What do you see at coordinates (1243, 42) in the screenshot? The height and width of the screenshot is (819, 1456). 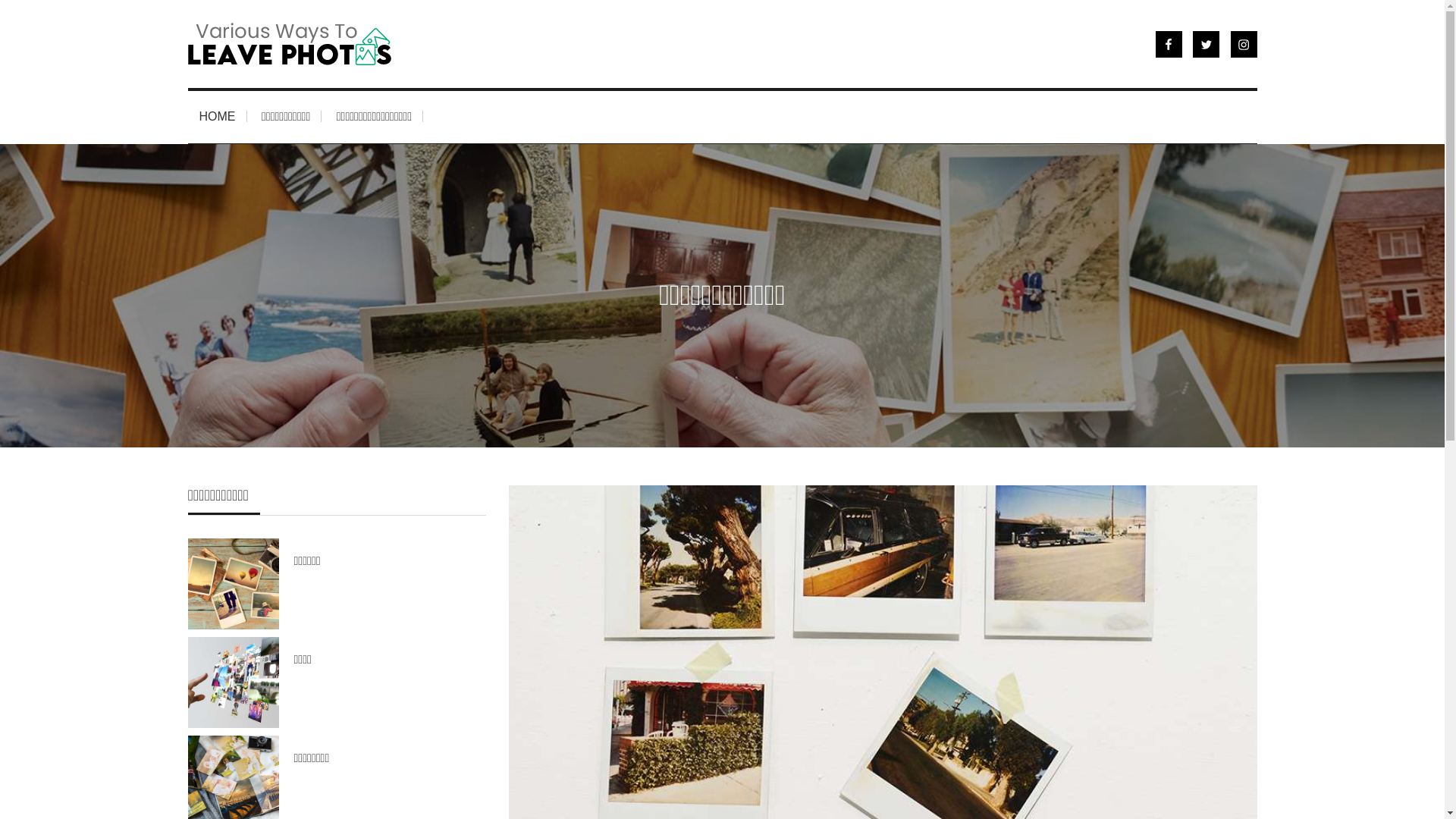 I see `'Instragram'` at bounding box center [1243, 42].